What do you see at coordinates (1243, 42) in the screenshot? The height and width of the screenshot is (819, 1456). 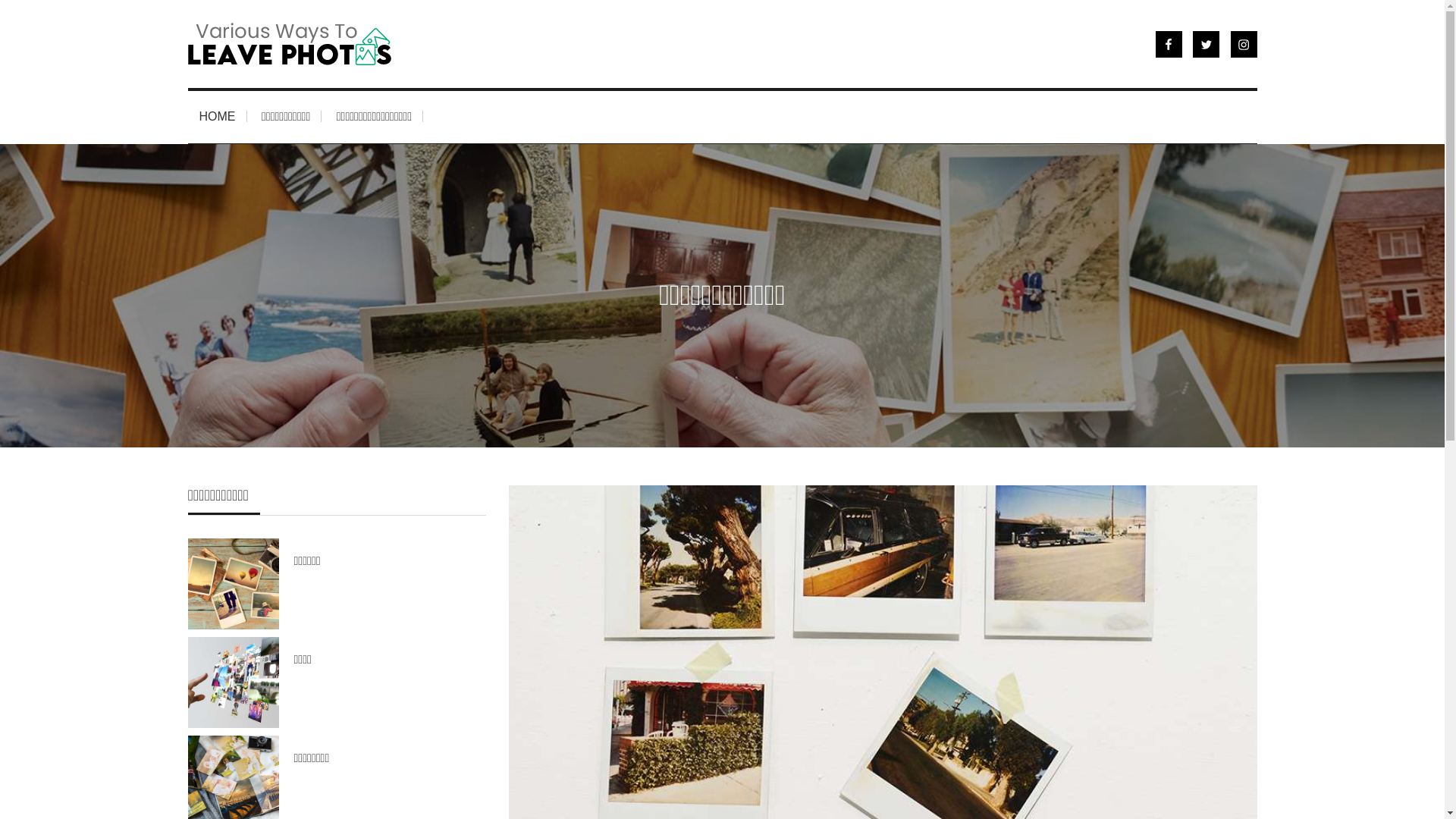 I see `'Instragram'` at bounding box center [1243, 42].